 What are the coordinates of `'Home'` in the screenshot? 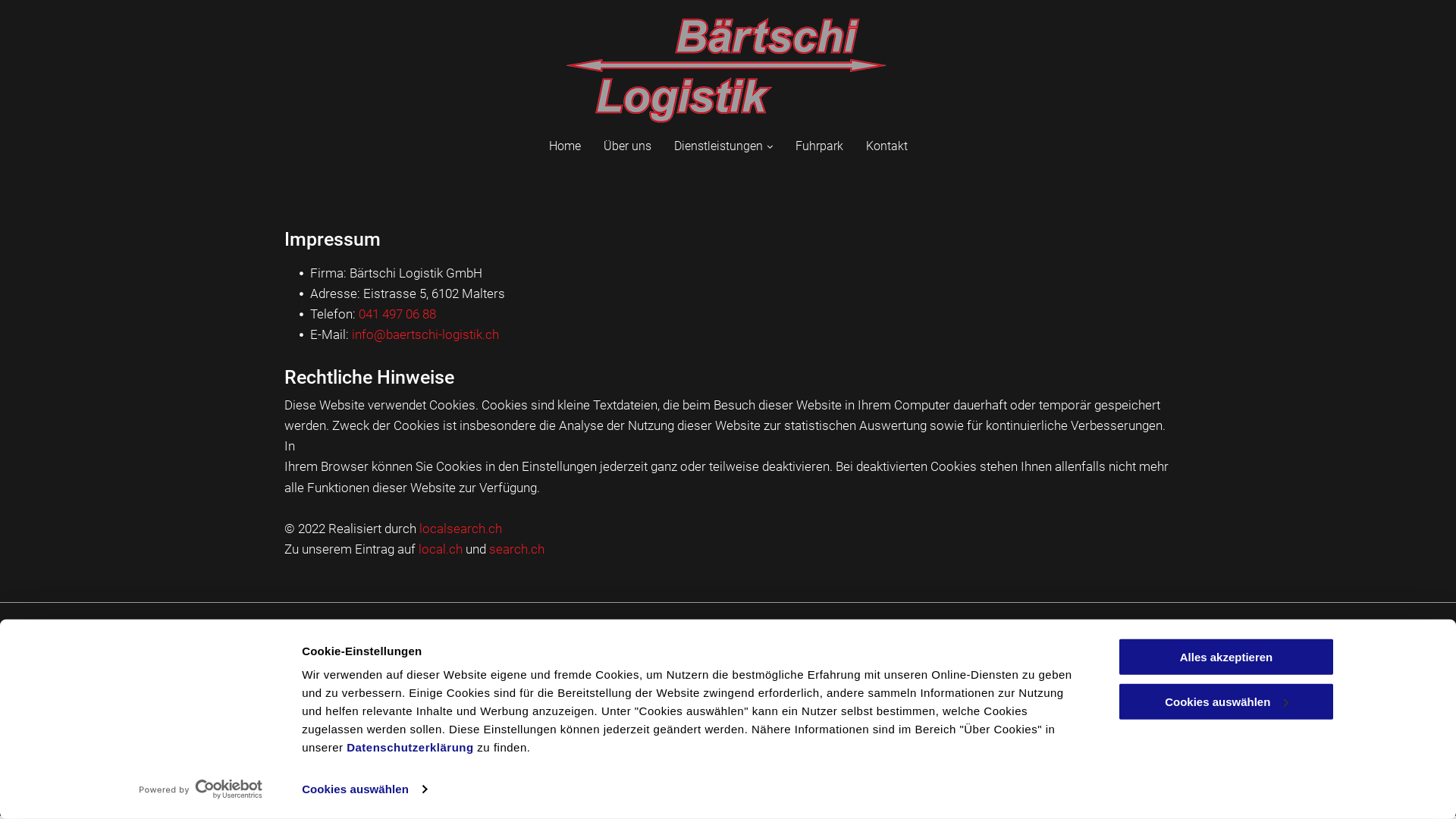 It's located at (537, 146).